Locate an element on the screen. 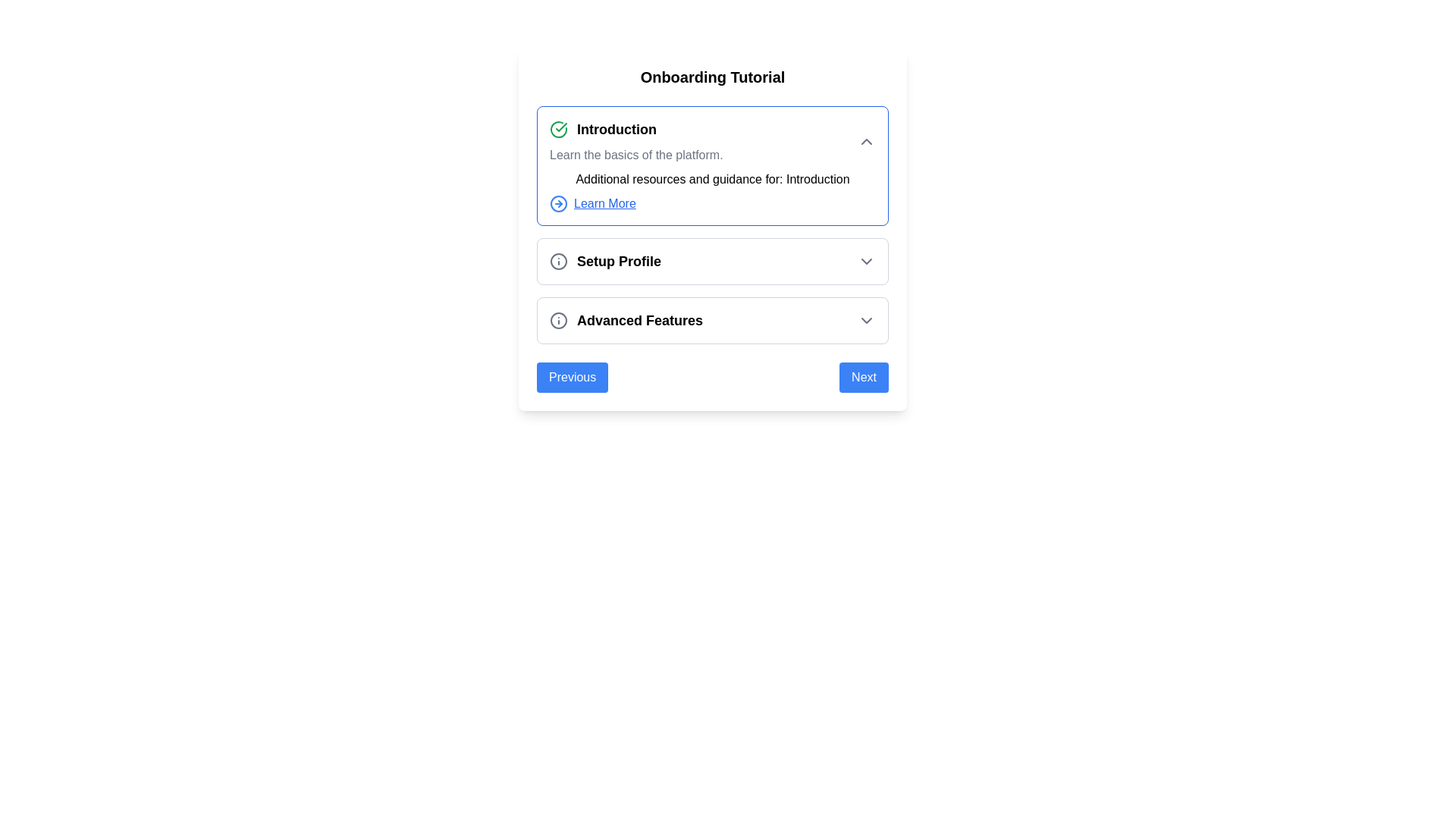 The width and height of the screenshot is (1456, 819). the circular blue Icon button with a right arrow icon, positioned to the left of the 'Learn More' link in the 'Introduction' section is located at coordinates (558, 203).